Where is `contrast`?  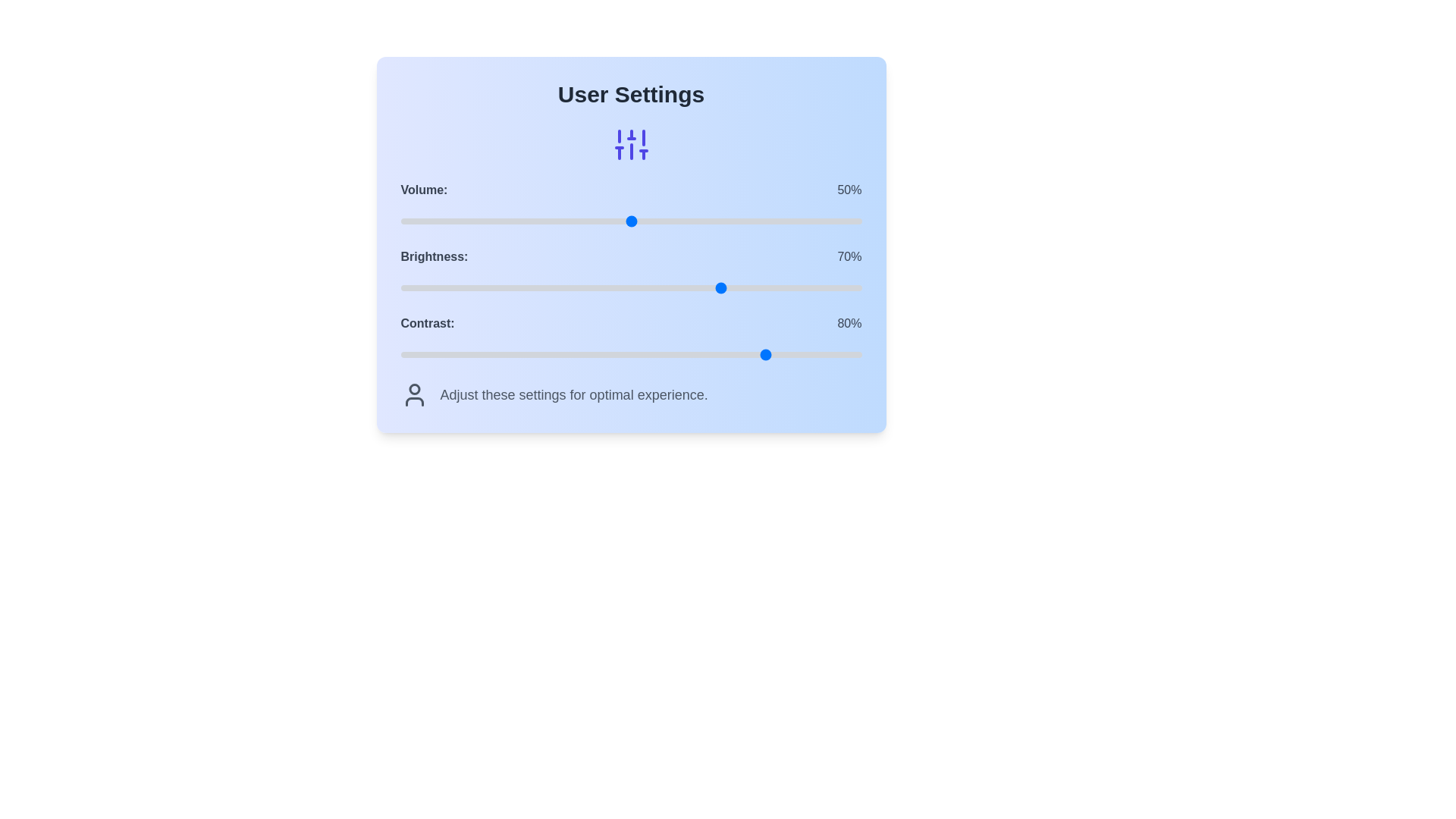
contrast is located at coordinates (409, 354).